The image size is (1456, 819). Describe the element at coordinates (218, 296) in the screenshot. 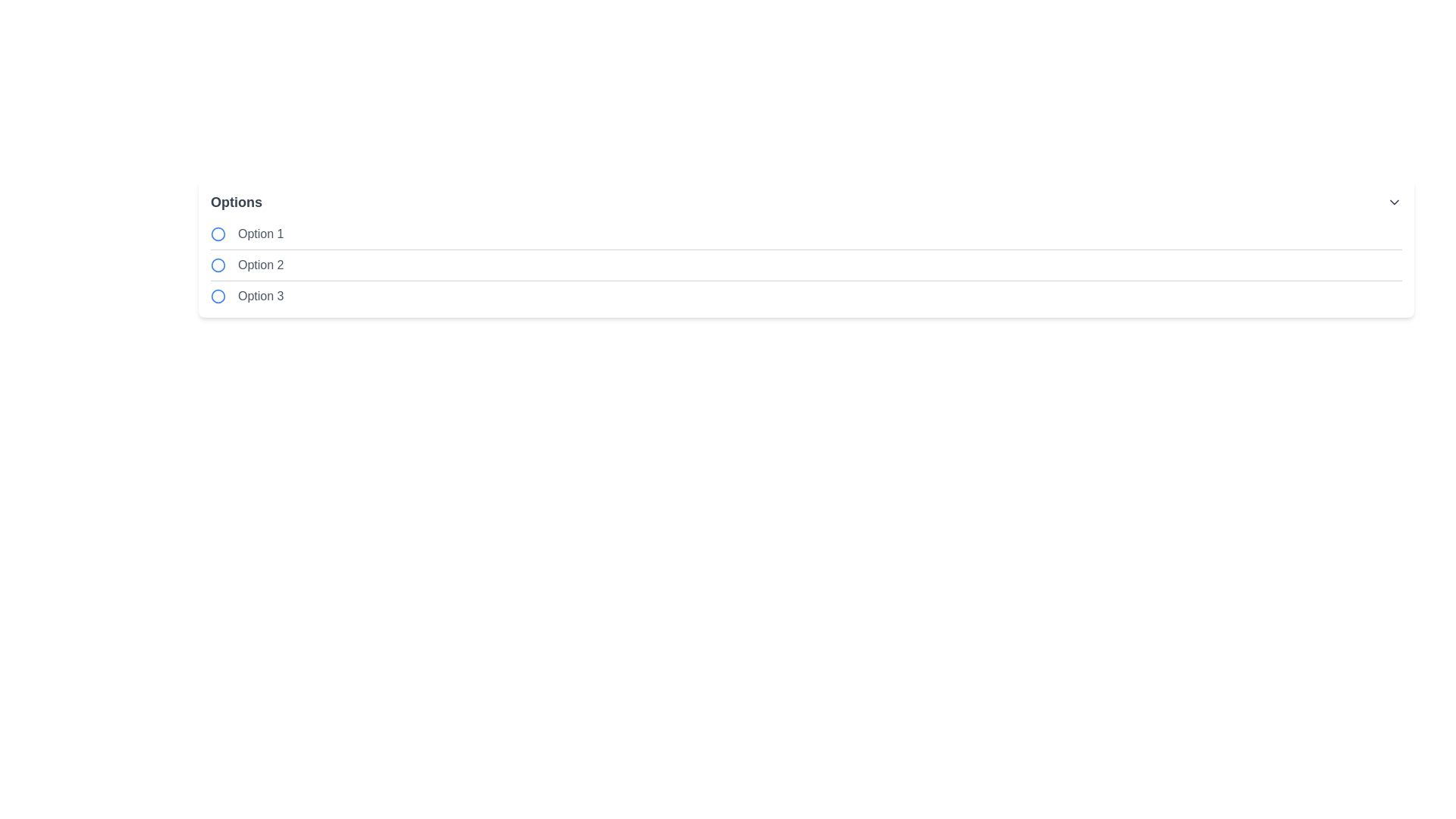

I see `the Radio button indicator for 'Option 3'` at that location.